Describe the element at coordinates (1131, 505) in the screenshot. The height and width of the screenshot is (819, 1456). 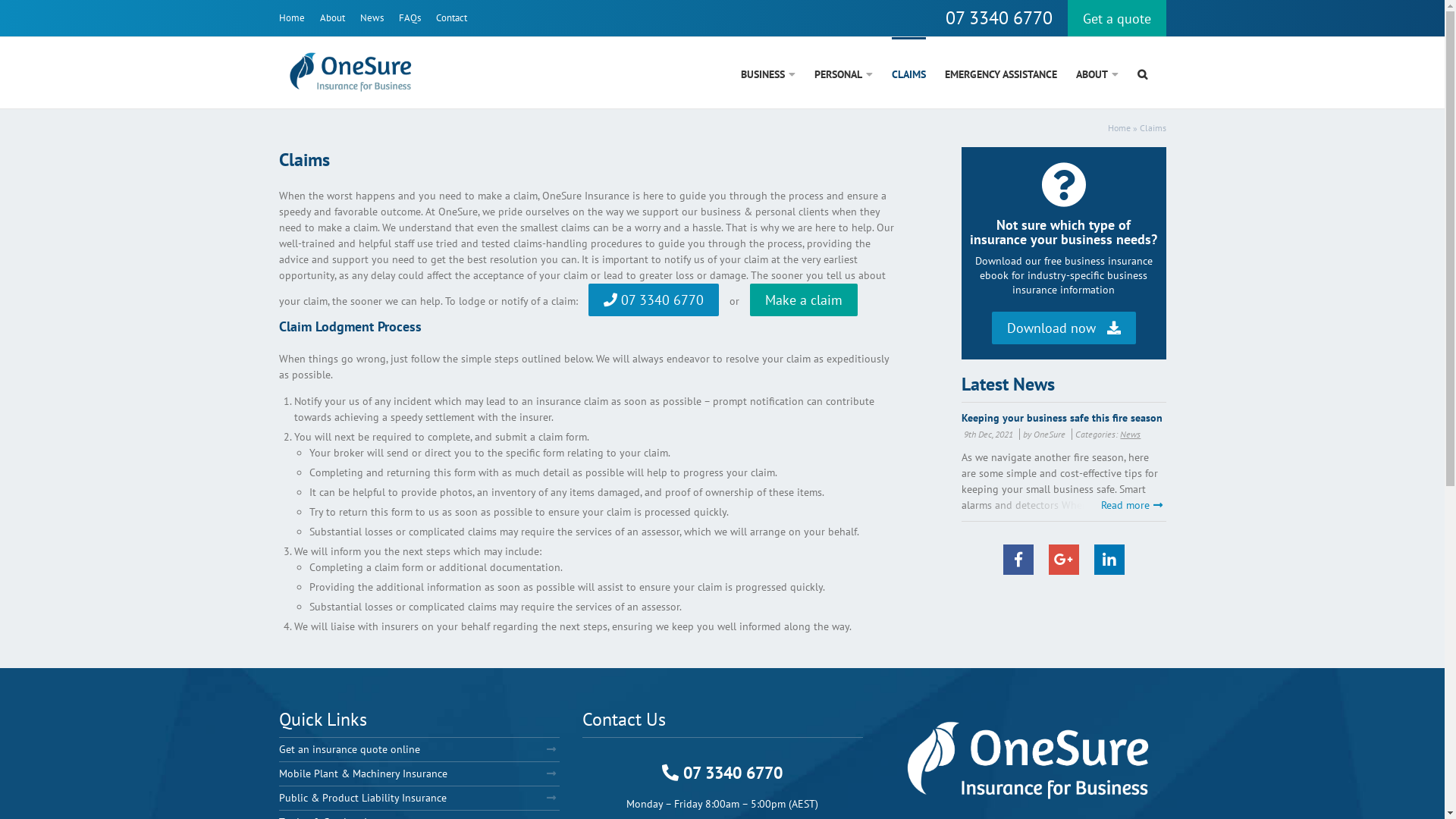
I see `'Read more'` at that location.